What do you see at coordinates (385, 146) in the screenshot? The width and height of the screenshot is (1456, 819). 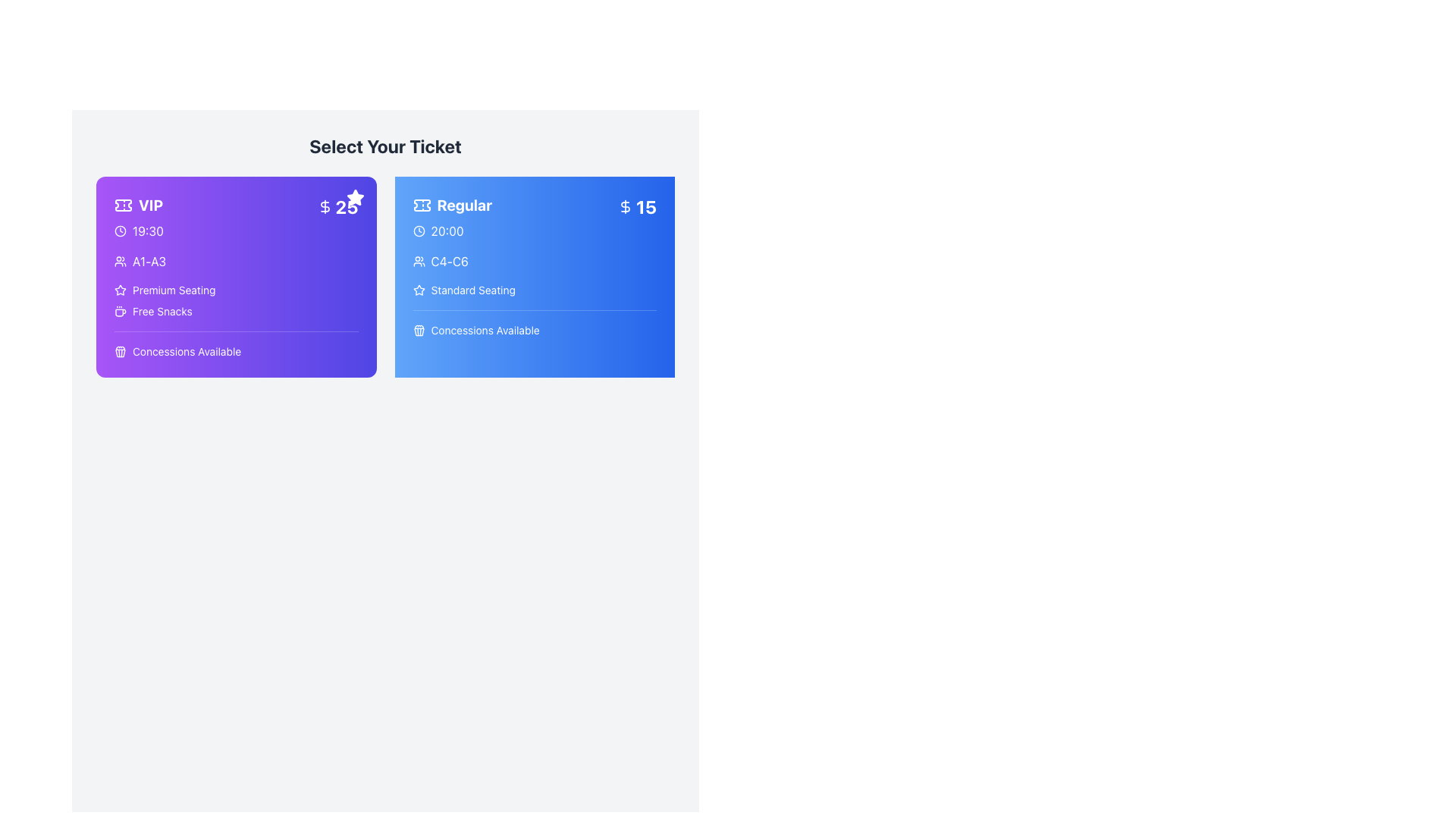 I see `text from the title or heading Text Label located at the top center of the layout, which guides users in the ticket selection section` at bounding box center [385, 146].